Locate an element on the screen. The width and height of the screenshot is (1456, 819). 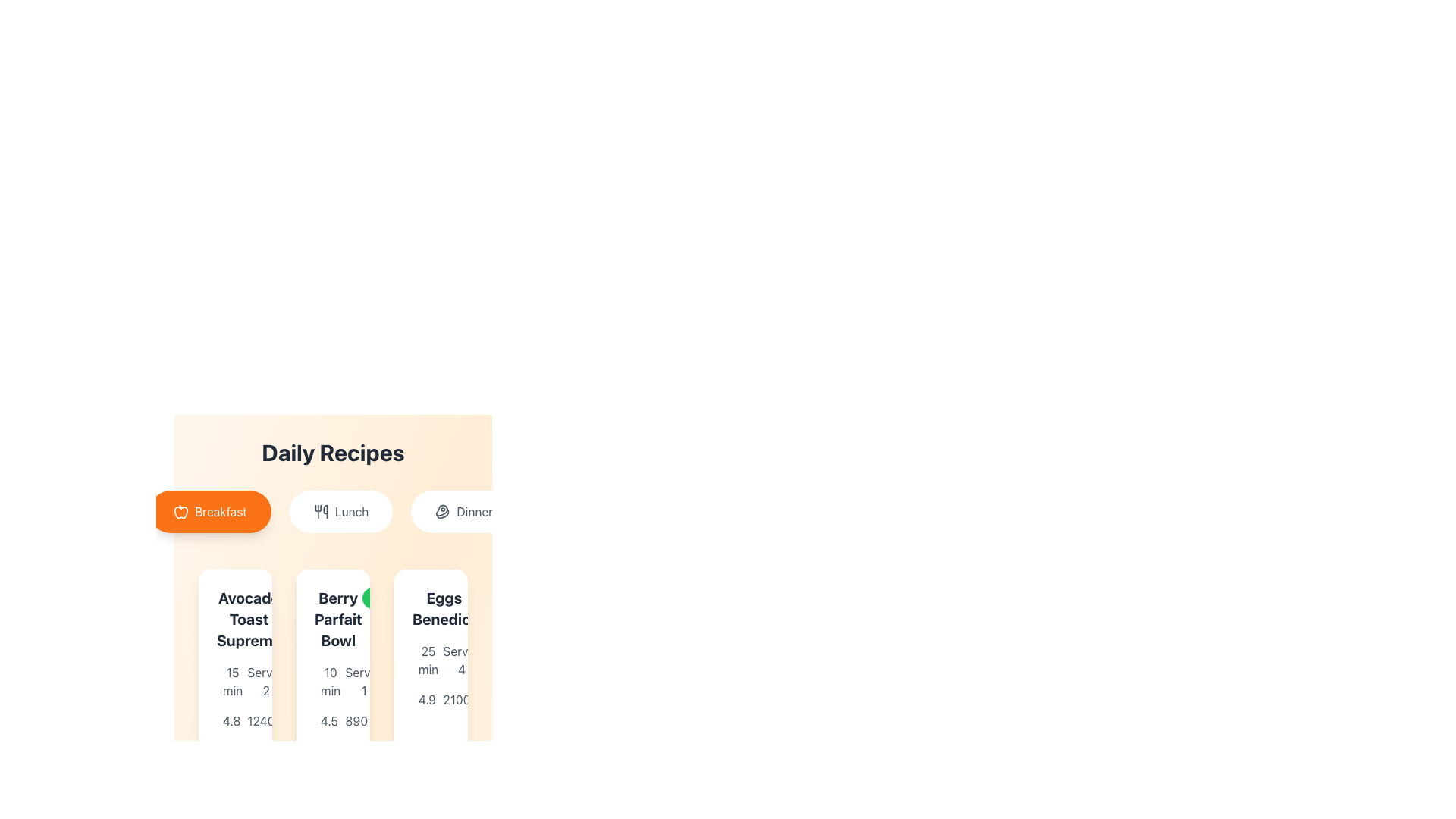
the text 'Serves 4' styled in gray, which is adjacent to a vibrant orange user icon, located in the lower portion of the 'Eggs Benedict' card is located at coordinates (442, 660).